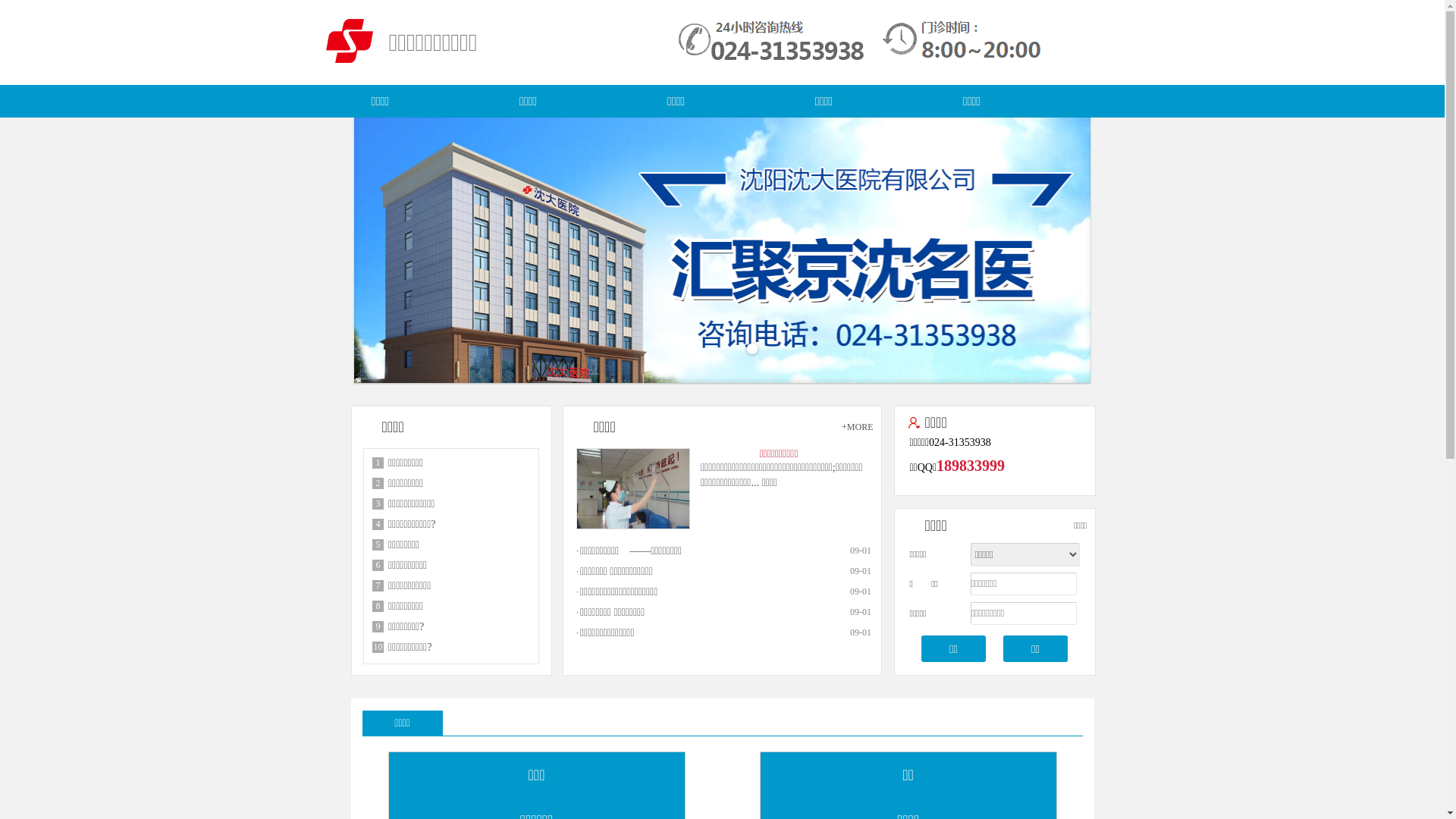 This screenshot has height=819, width=1456. Describe the element at coordinates (840, 427) in the screenshot. I see `'+MORE'` at that location.